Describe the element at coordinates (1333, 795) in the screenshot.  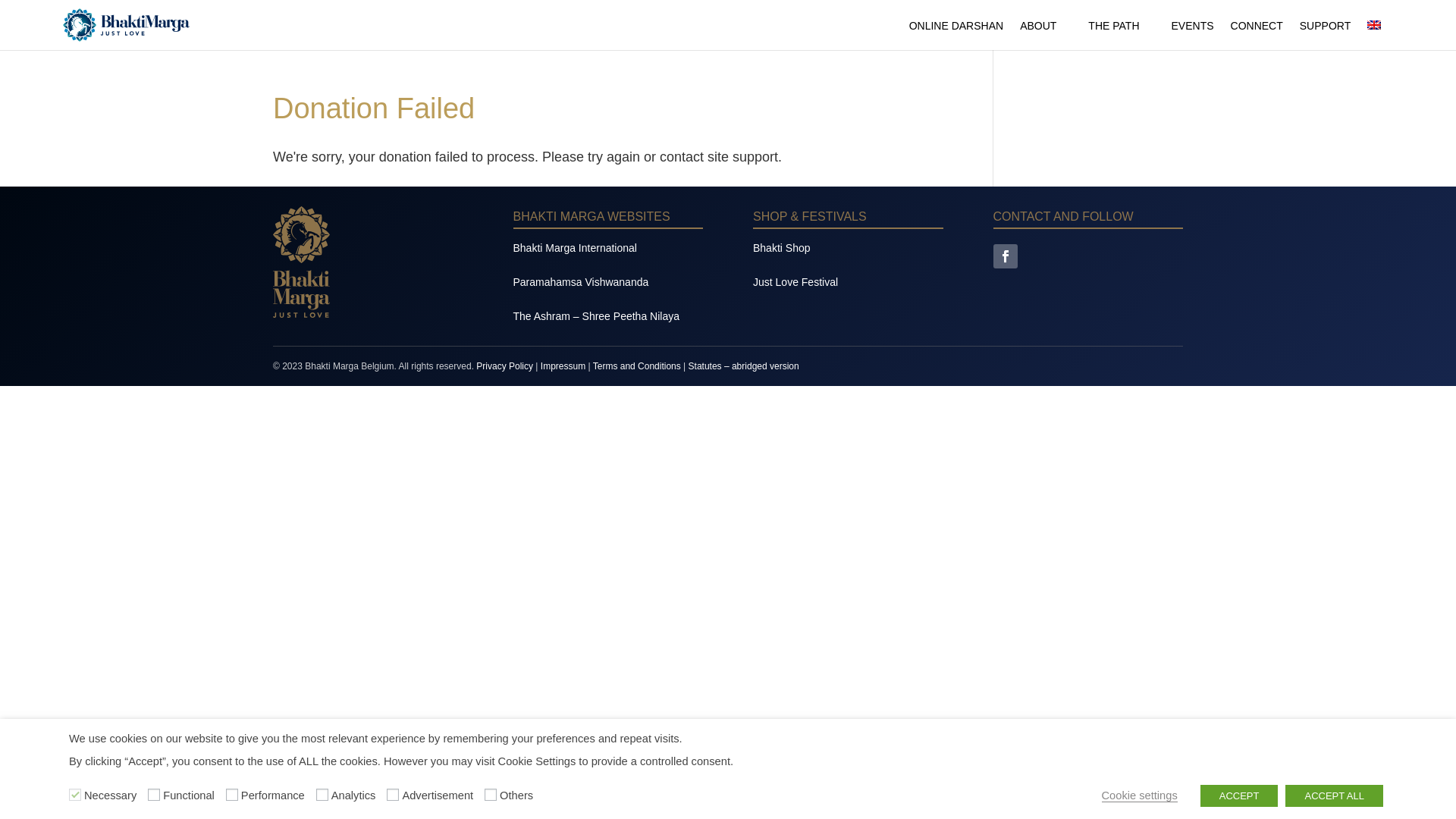
I see `'ACCEPT ALL'` at that location.